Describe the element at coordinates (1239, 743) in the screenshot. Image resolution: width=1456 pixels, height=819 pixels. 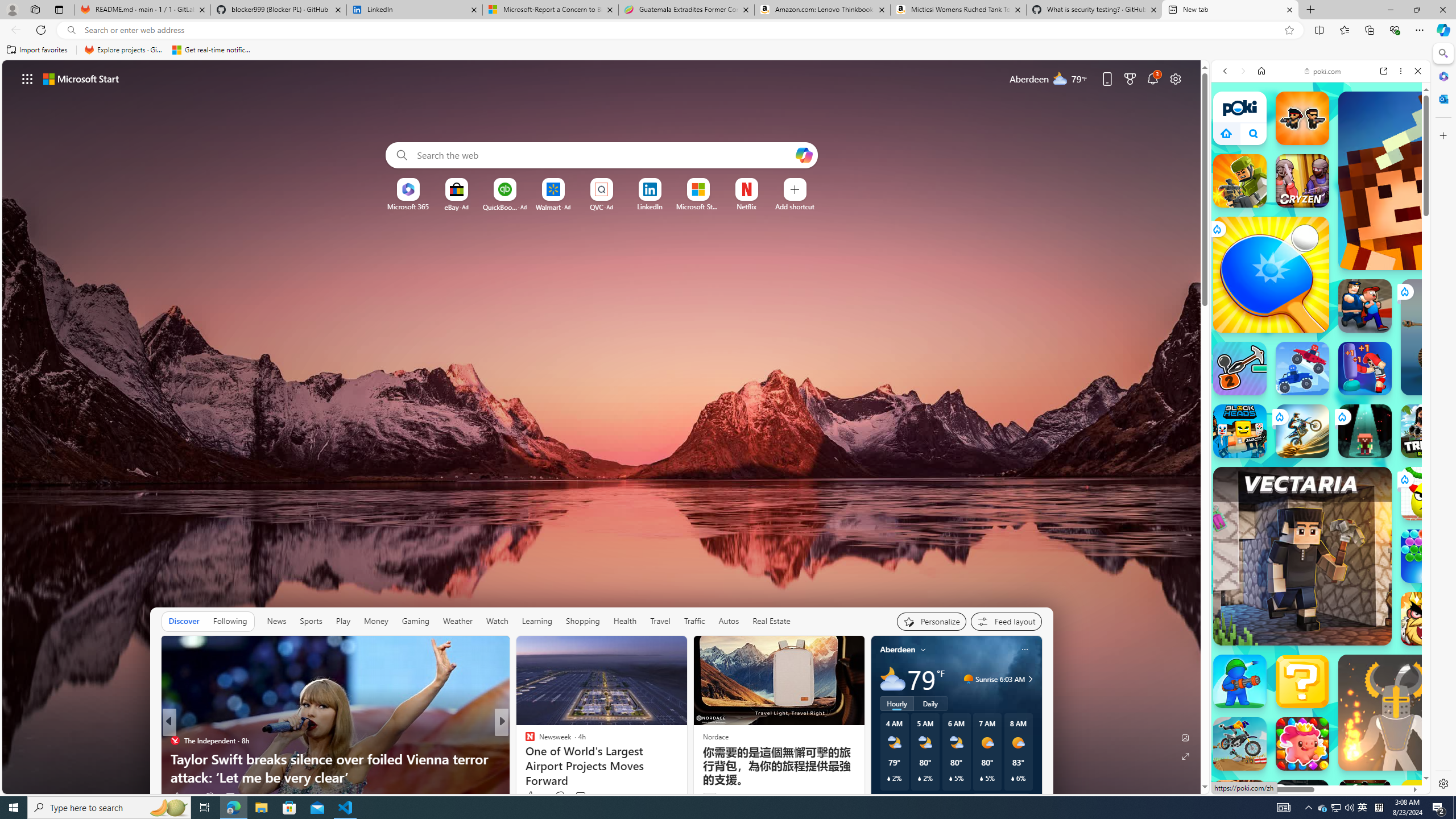
I see `'Crazy Bikes'` at that location.